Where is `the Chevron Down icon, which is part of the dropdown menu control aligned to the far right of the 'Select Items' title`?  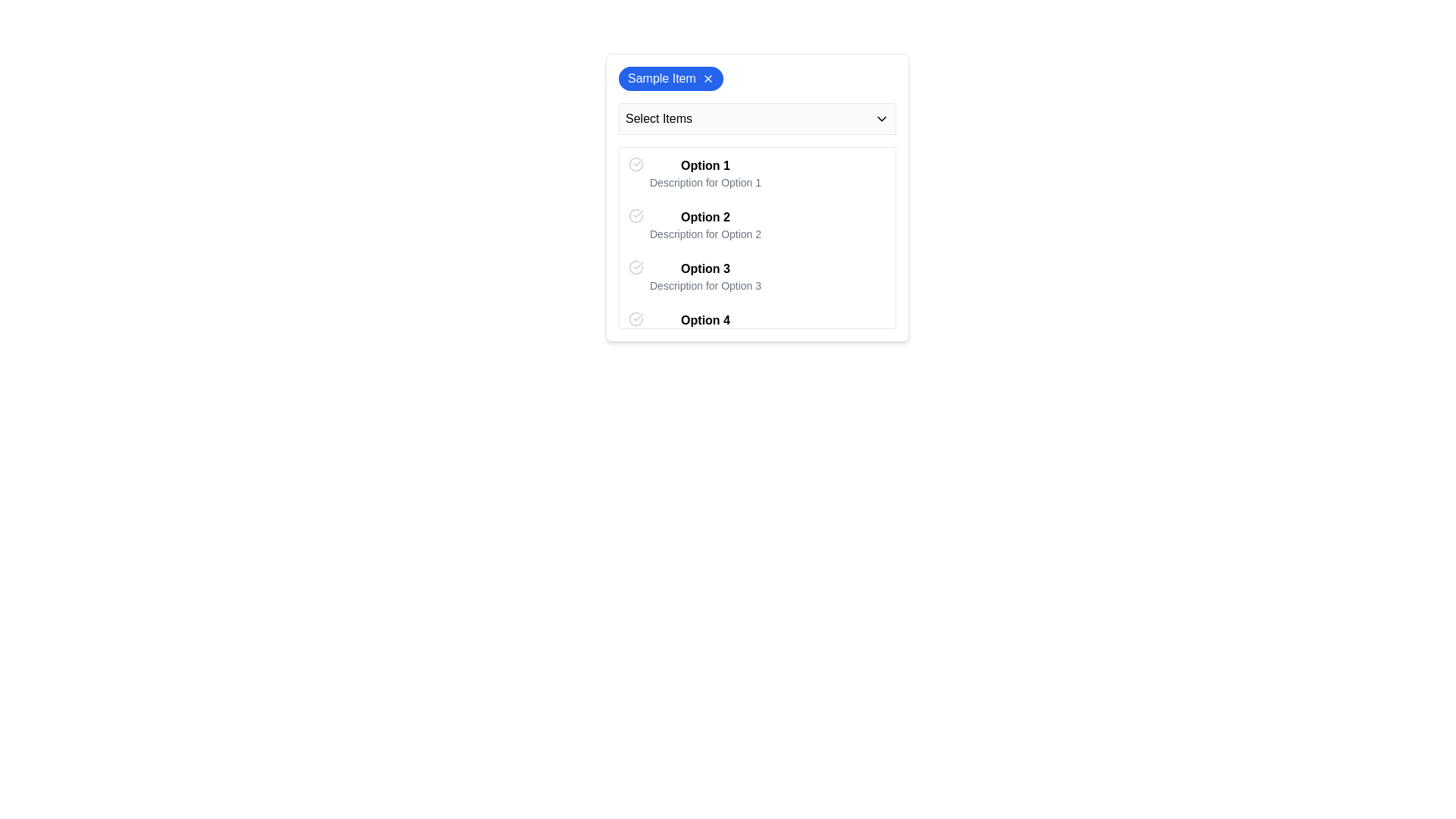
the Chevron Down icon, which is part of the dropdown menu control aligned to the far right of the 'Select Items' title is located at coordinates (881, 118).